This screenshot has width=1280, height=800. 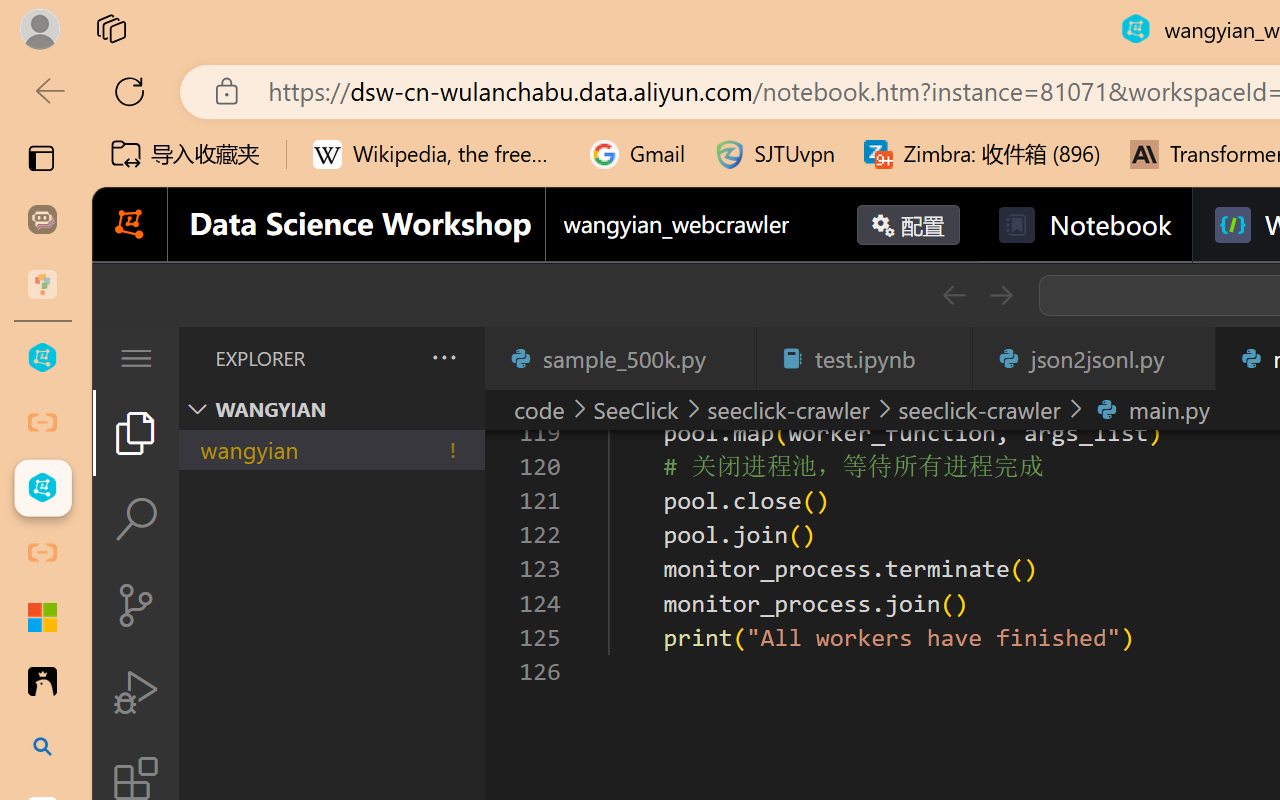 I want to click on 'sample_500k.py', so click(x=619, y=358).